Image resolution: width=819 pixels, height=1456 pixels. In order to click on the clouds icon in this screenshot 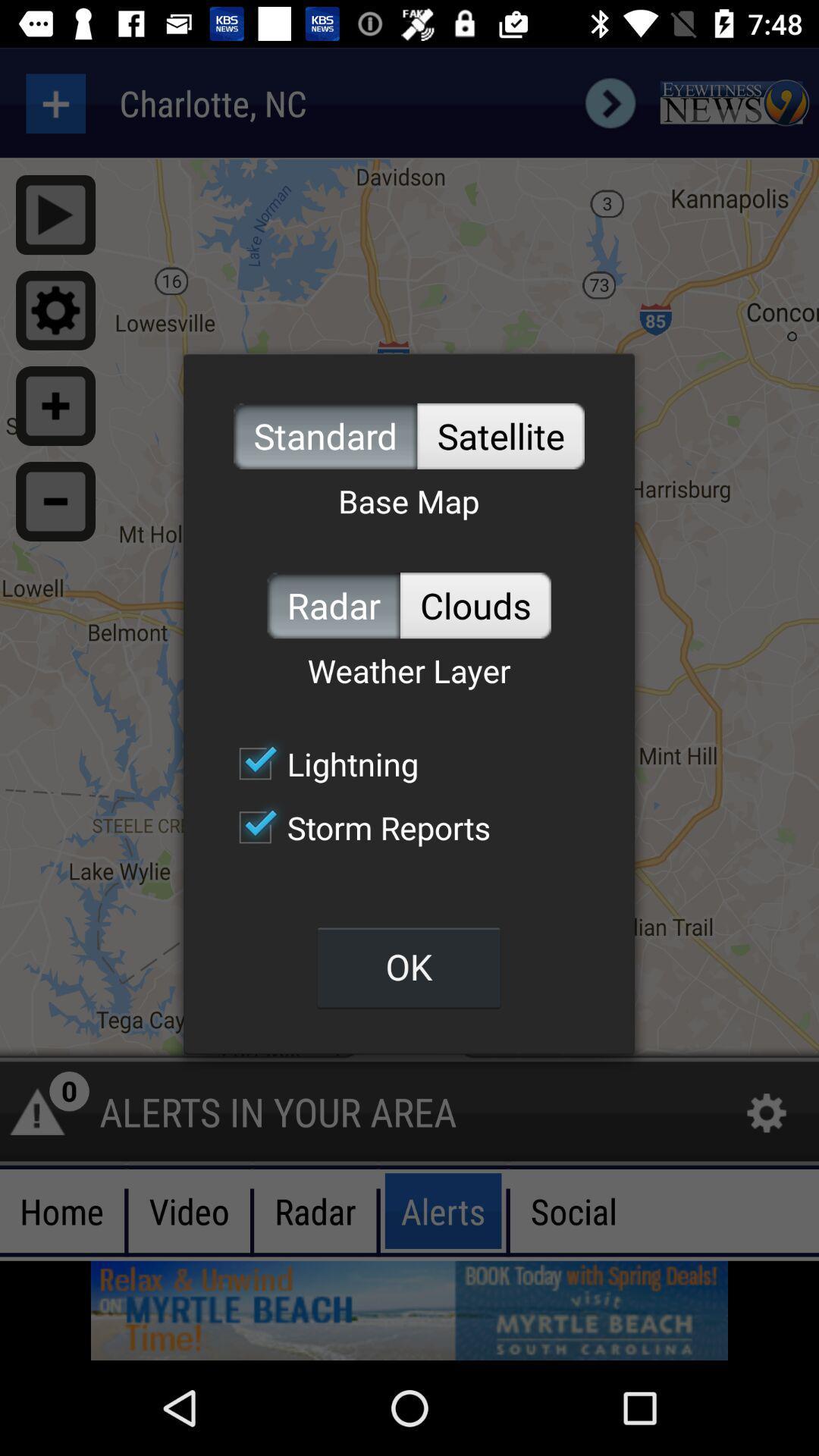, I will do `click(475, 604)`.